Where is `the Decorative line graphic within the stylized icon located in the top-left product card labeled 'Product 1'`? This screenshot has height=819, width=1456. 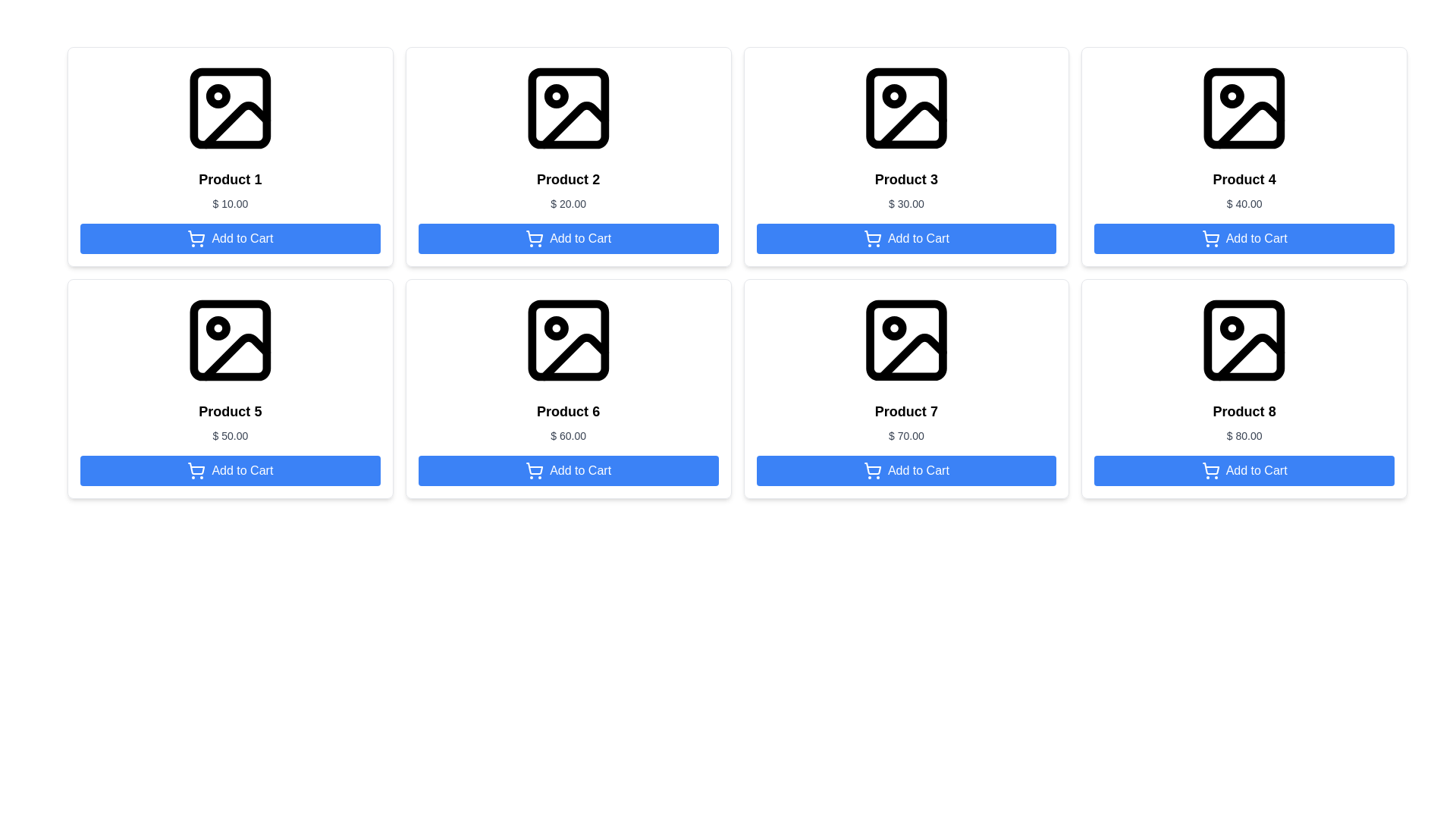 the Decorative line graphic within the stylized icon located in the top-left product card labeled 'Product 1' is located at coordinates (235, 124).